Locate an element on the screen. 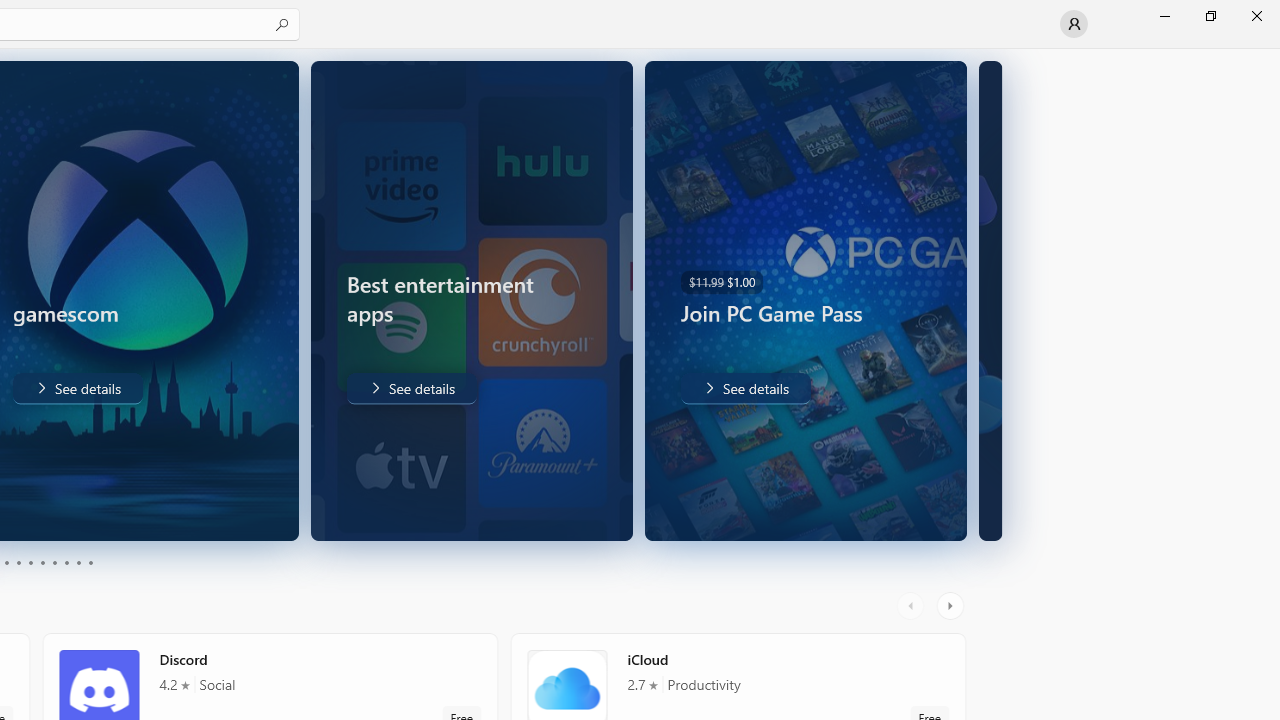  'Close Microsoft Store' is located at coordinates (1255, 15).